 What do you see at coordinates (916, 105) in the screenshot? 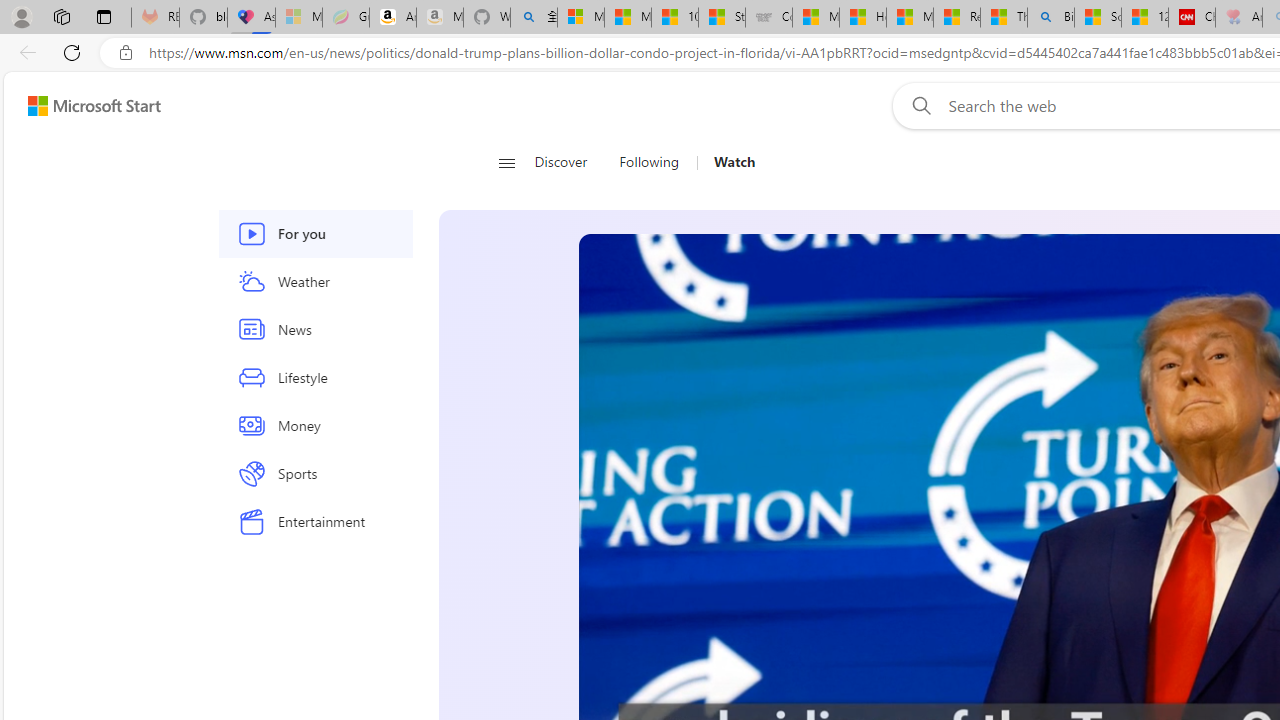
I see `'Web search'` at bounding box center [916, 105].